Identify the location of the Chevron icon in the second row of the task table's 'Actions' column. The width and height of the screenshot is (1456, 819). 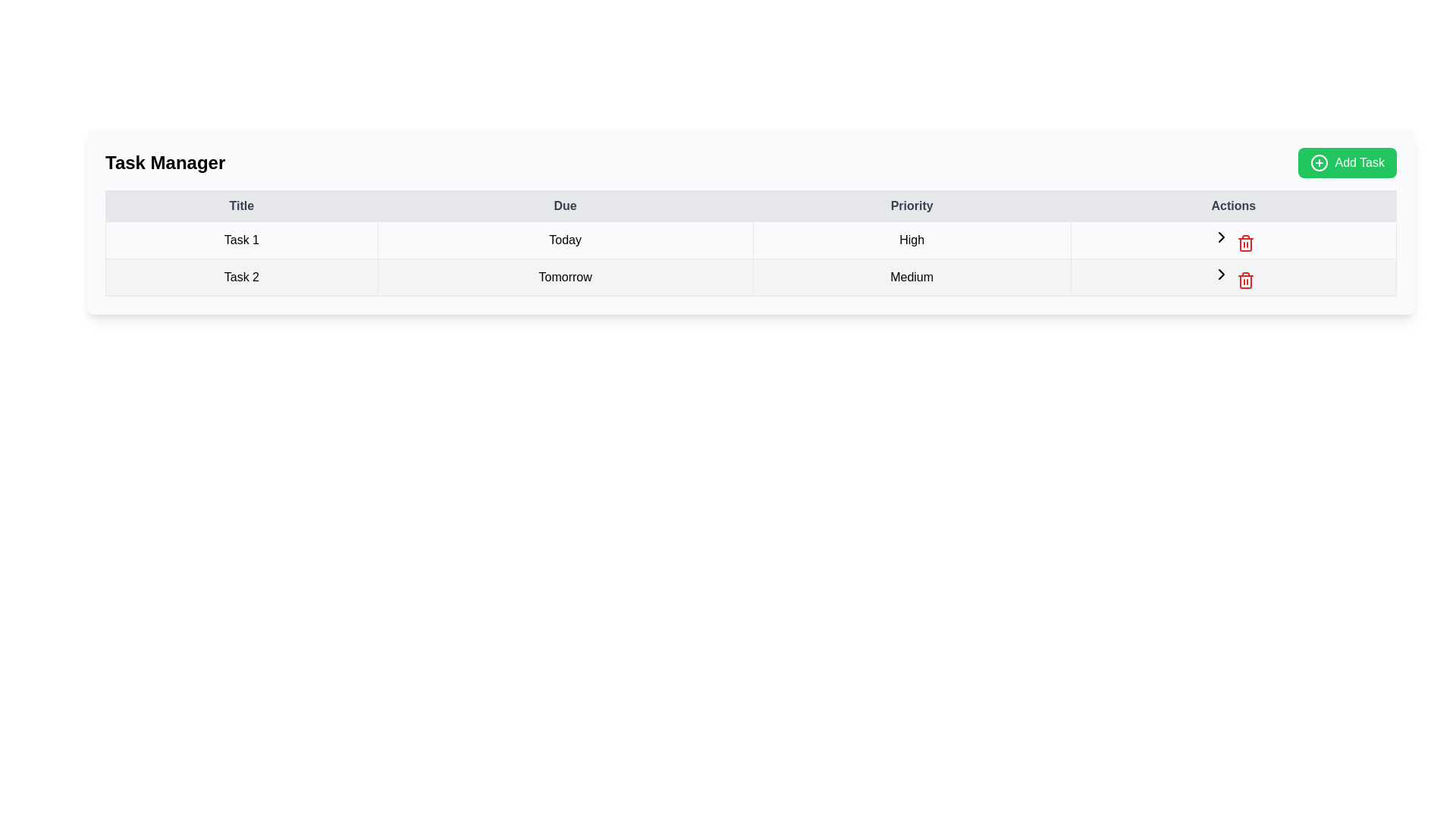
(1221, 274).